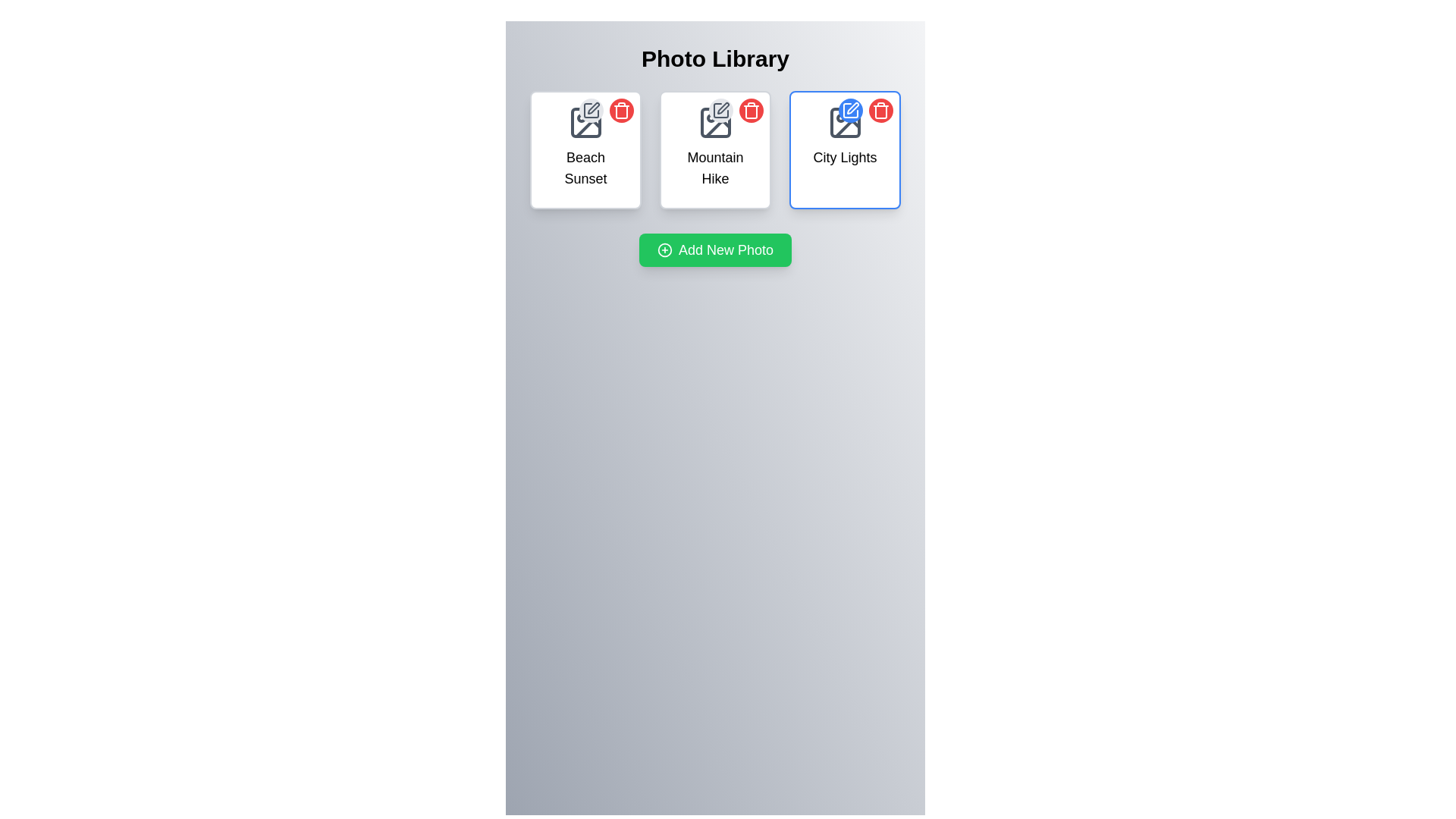 The height and width of the screenshot is (819, 1456). Describe the element at coordinates (714, 168) in the screenshot. I see `the text label 'Mountain Hike' which is positioned within the second card from the left, aligned below an image icon and above functional buttons` at that location.